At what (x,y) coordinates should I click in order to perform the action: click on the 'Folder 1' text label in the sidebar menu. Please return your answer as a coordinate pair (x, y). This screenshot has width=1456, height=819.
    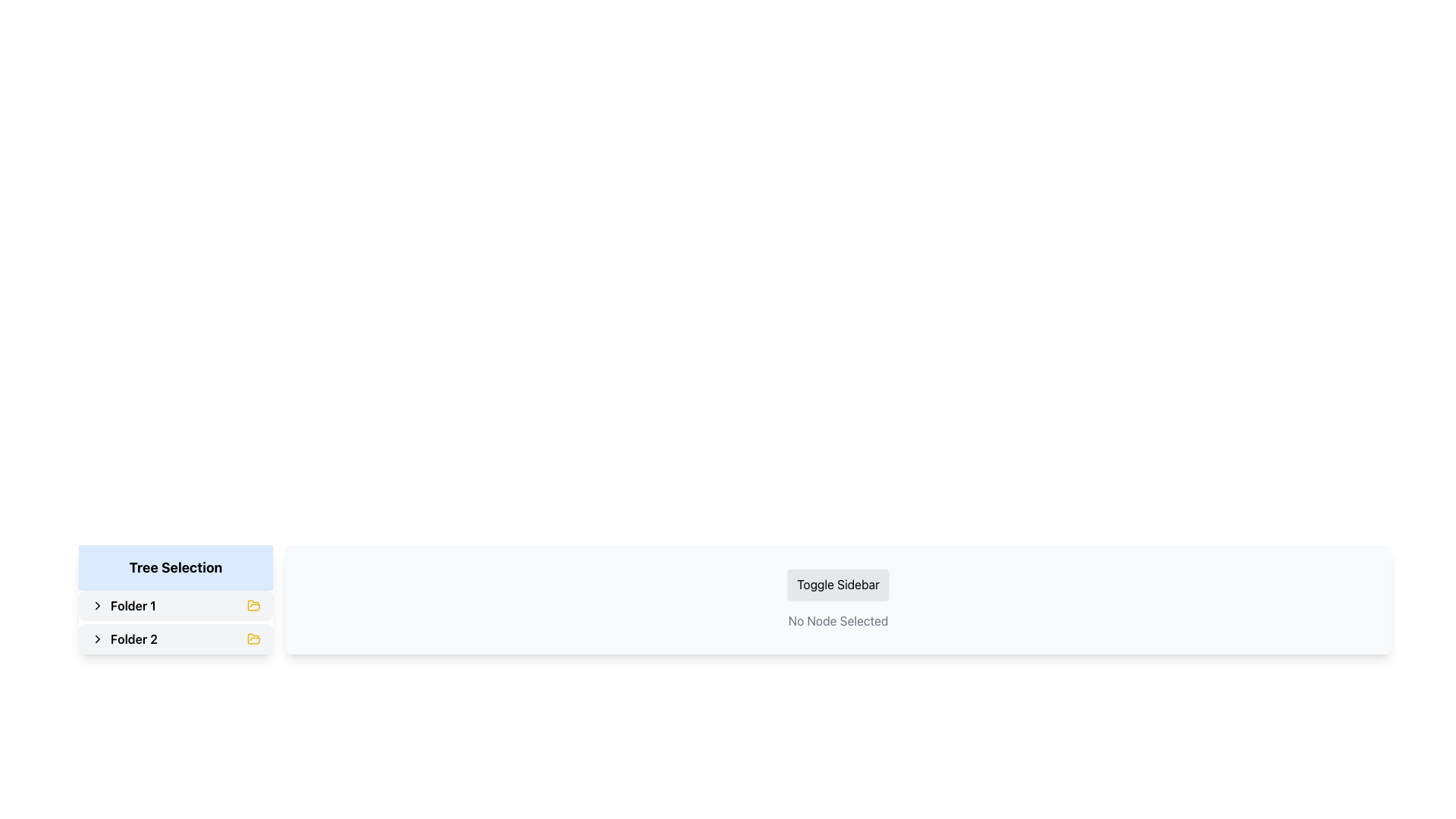
    Looking at the image, I should click on (123, 604).